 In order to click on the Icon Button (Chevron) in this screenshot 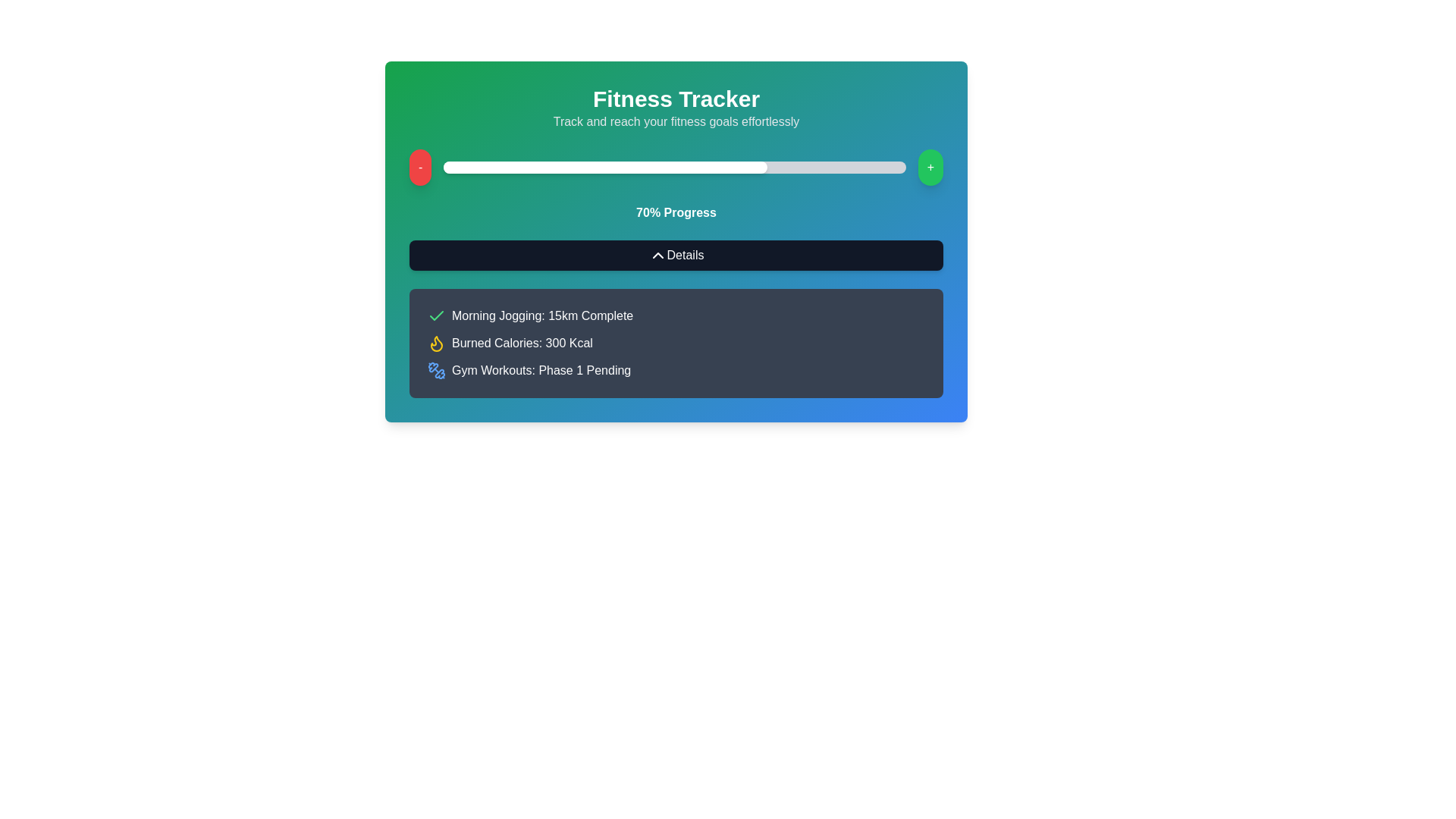, I will do `click(657, 254)`.